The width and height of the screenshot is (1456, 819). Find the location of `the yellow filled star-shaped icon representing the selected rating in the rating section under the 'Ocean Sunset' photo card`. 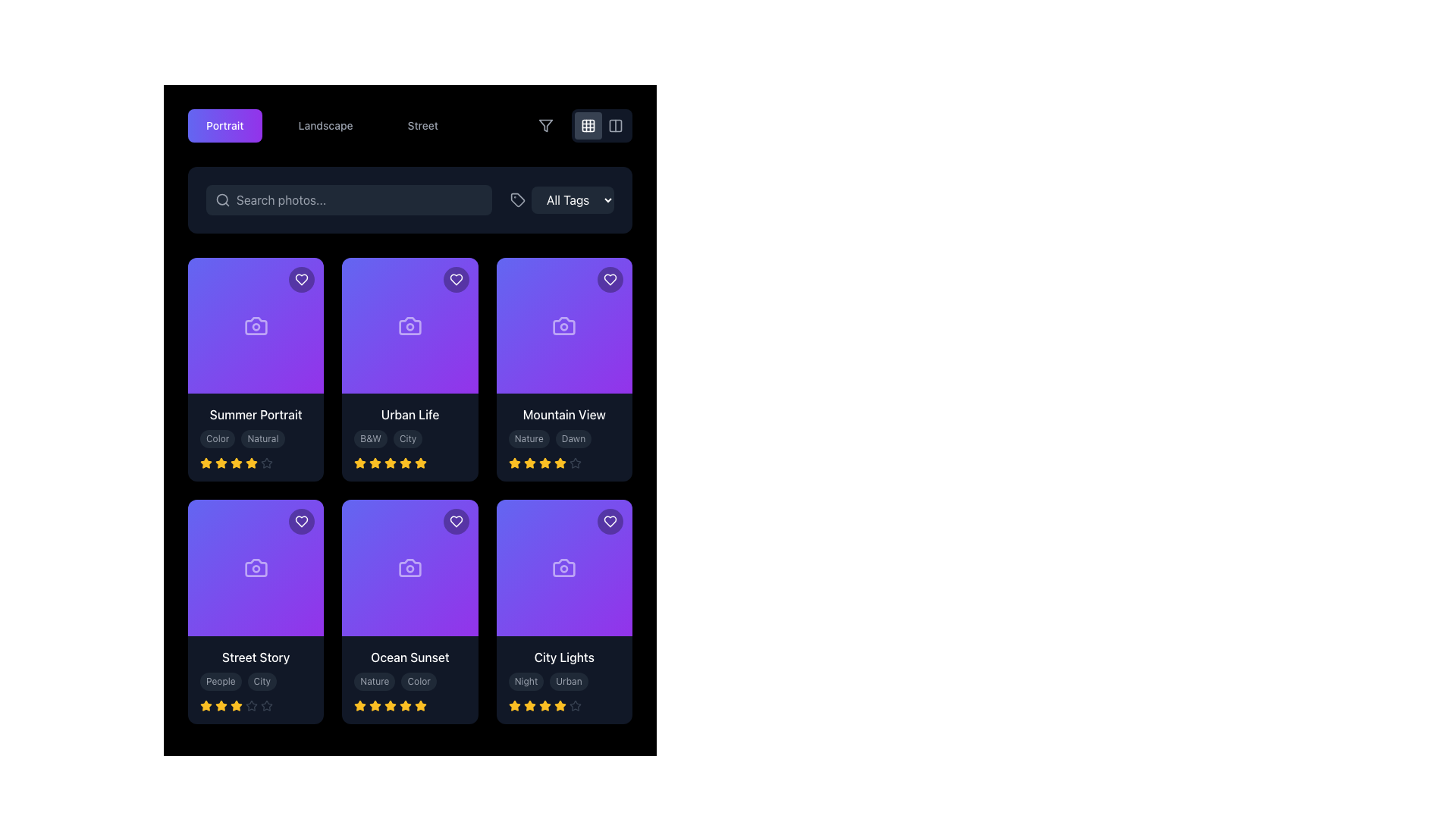

the yellow filled star-shaped icon representing the selected rating in the rating section under the 'Ocean Sunset' photo card is located at coordinates (359, 705).